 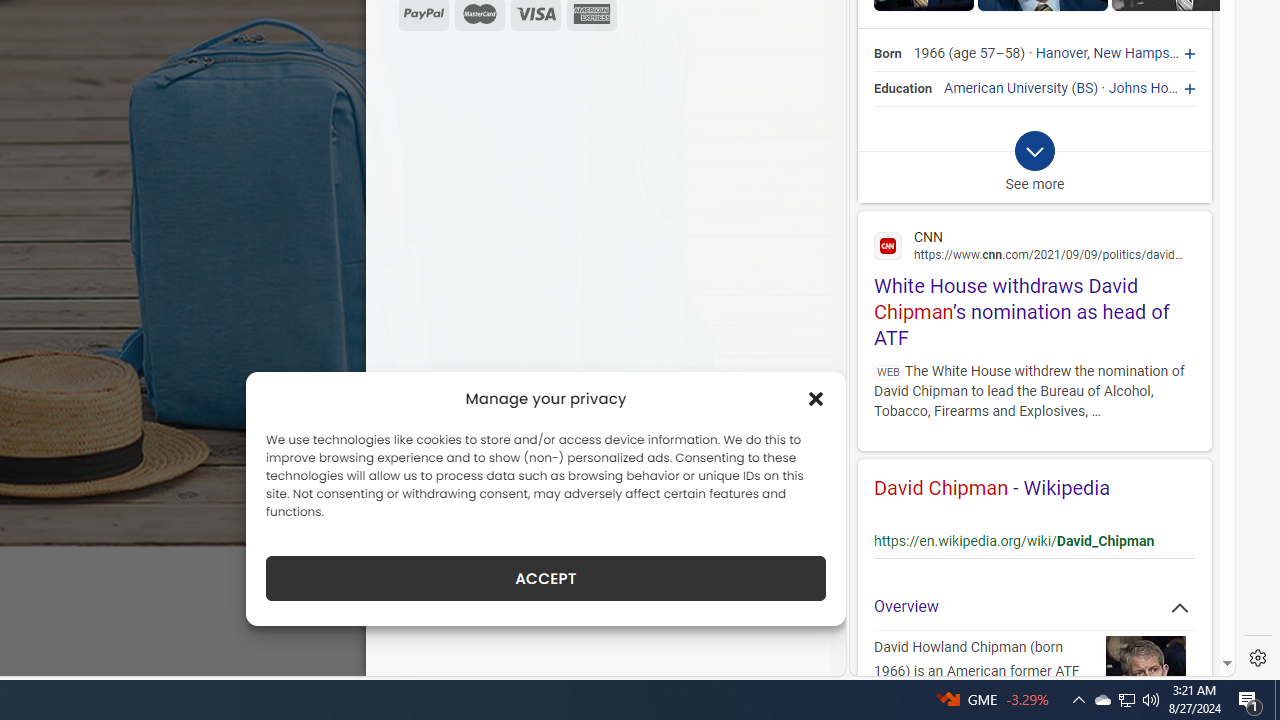 What do you see at coordinates (1084, 87) in the screenshot?
I see `'BS'` at bounding box center [1084, 87].